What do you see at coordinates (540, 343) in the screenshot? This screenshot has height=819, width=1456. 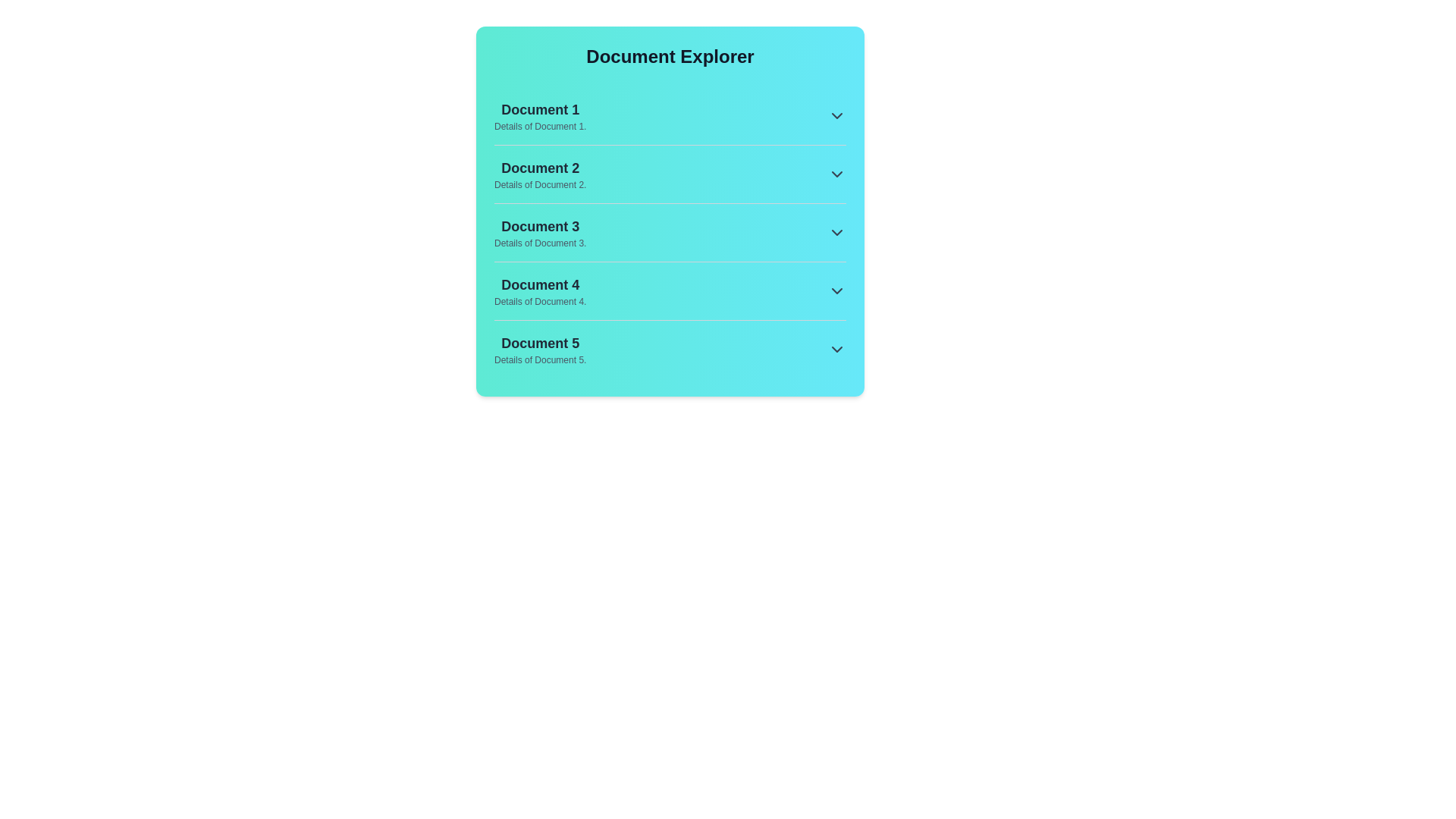 I see `the title and description of document 5` at bounding box center [540, 343].